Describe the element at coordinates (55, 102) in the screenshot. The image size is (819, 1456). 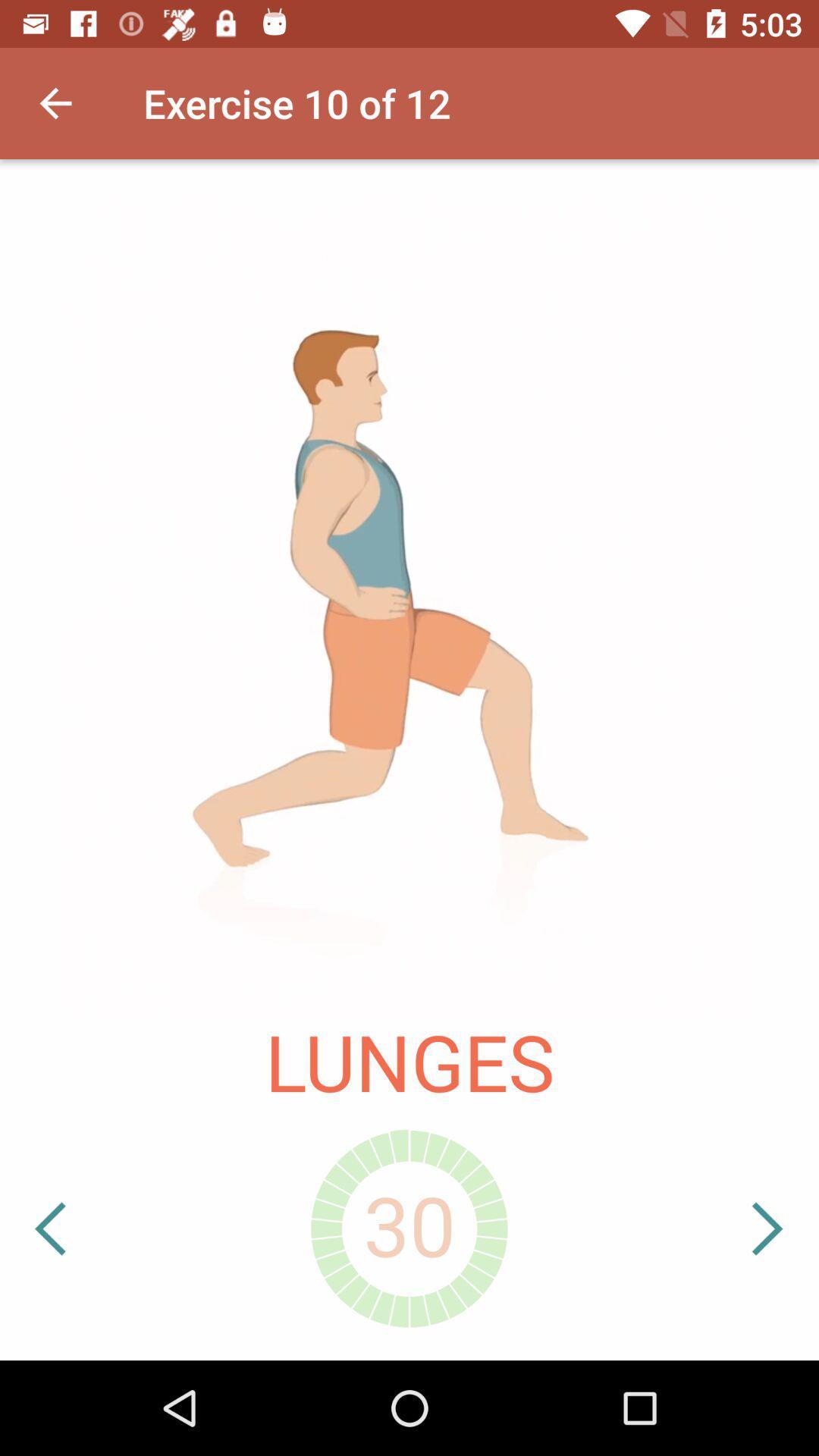
I see `icon next to exercise 10 of icon` at that location.